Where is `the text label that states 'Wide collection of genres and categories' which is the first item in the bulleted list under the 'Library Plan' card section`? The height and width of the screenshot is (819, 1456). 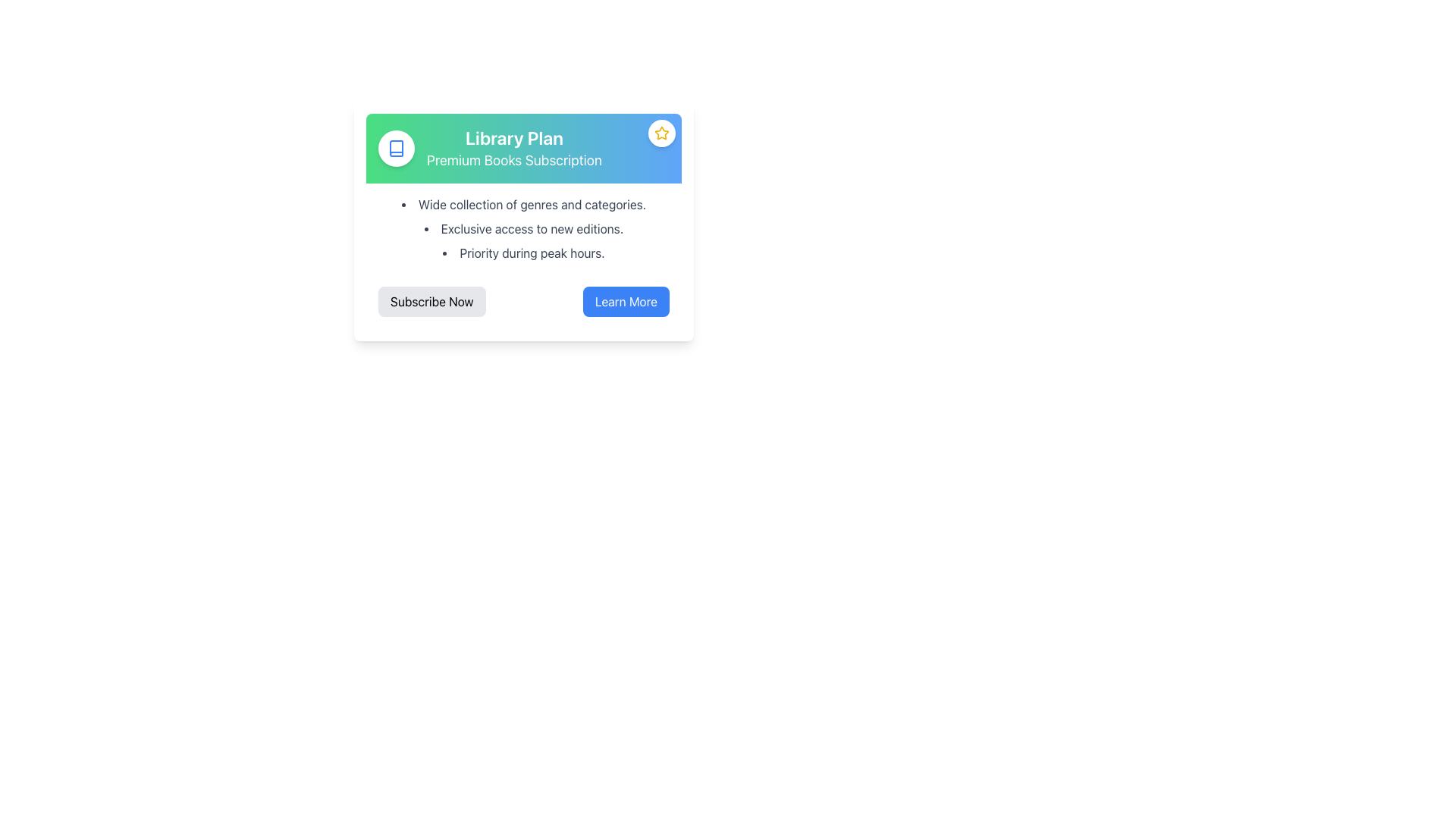
the text label that states 'Wide collection of genres and categories' which is the first item in the bulleted list under the 'Library Plan' card section is located at coordinates (524, 205).